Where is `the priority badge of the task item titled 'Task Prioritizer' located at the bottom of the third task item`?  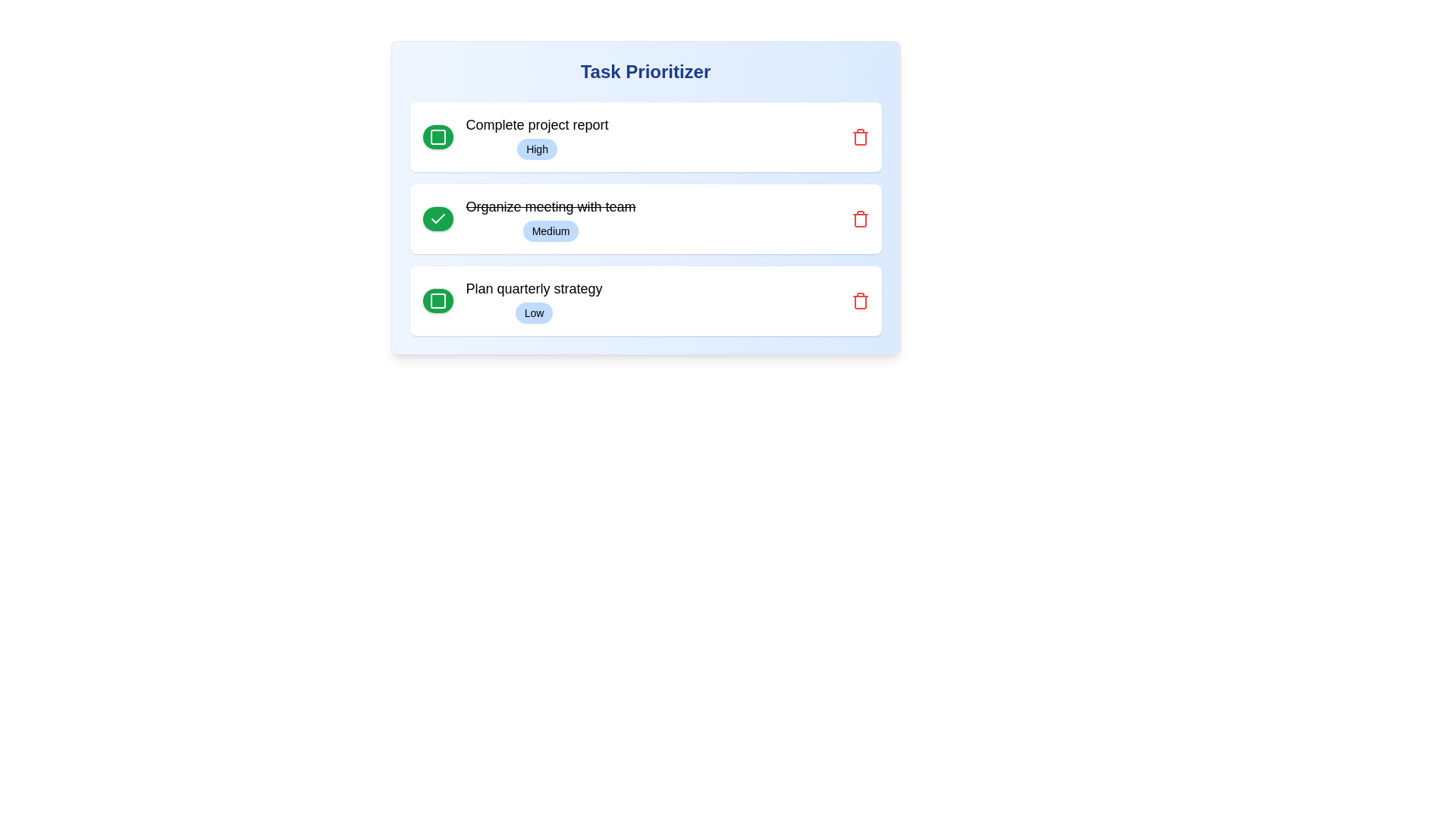
the priority badge of the task item titled 'Task Prioritizer' located at the bottom of the third task item is located at coordinates (512, 301).